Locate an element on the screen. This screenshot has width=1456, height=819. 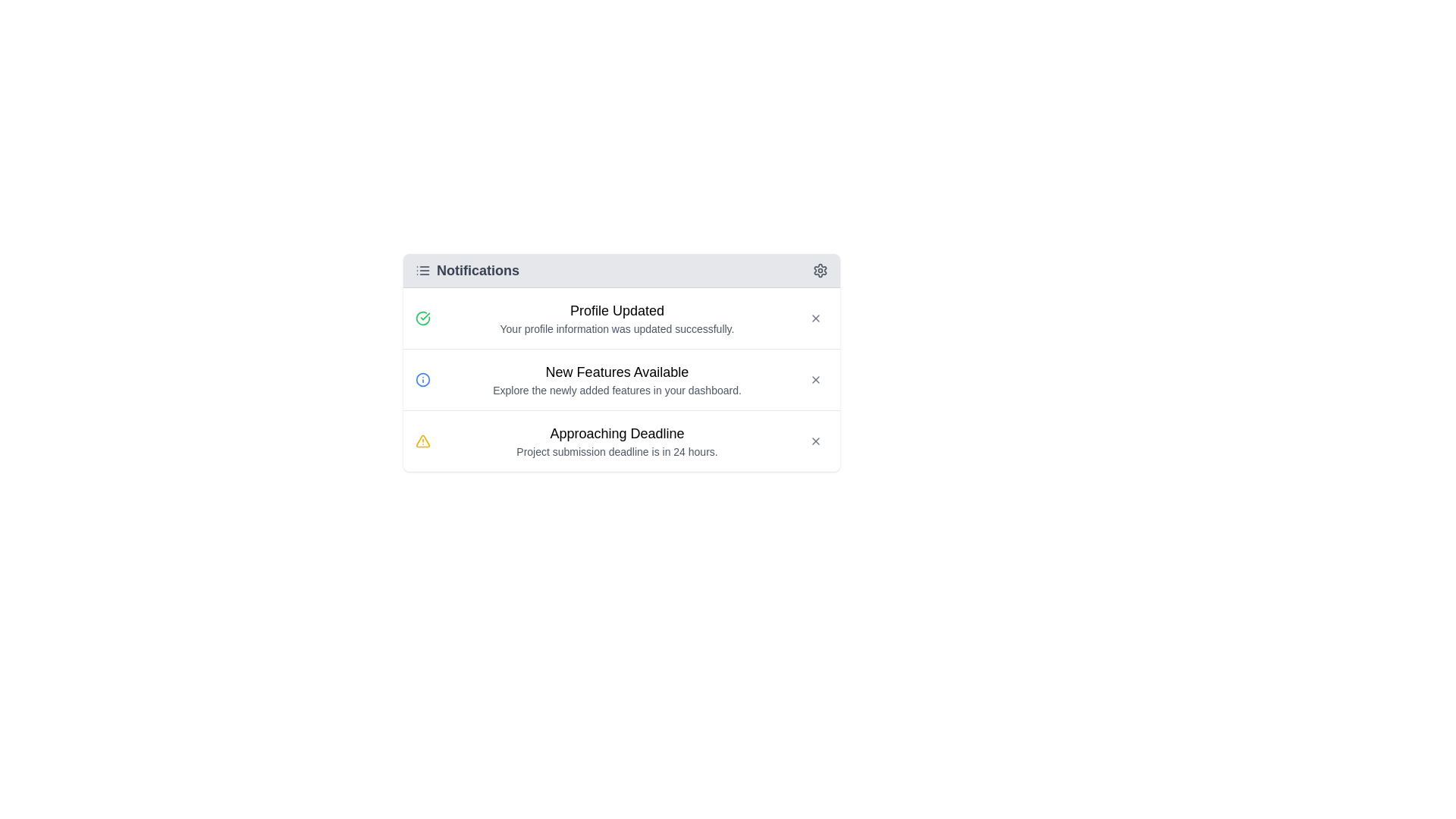
the icon located at the leftmost side of the 'New Features Available' notification card, near the top edge, adjacent to the notification title text is located at coordinates (422, 379).